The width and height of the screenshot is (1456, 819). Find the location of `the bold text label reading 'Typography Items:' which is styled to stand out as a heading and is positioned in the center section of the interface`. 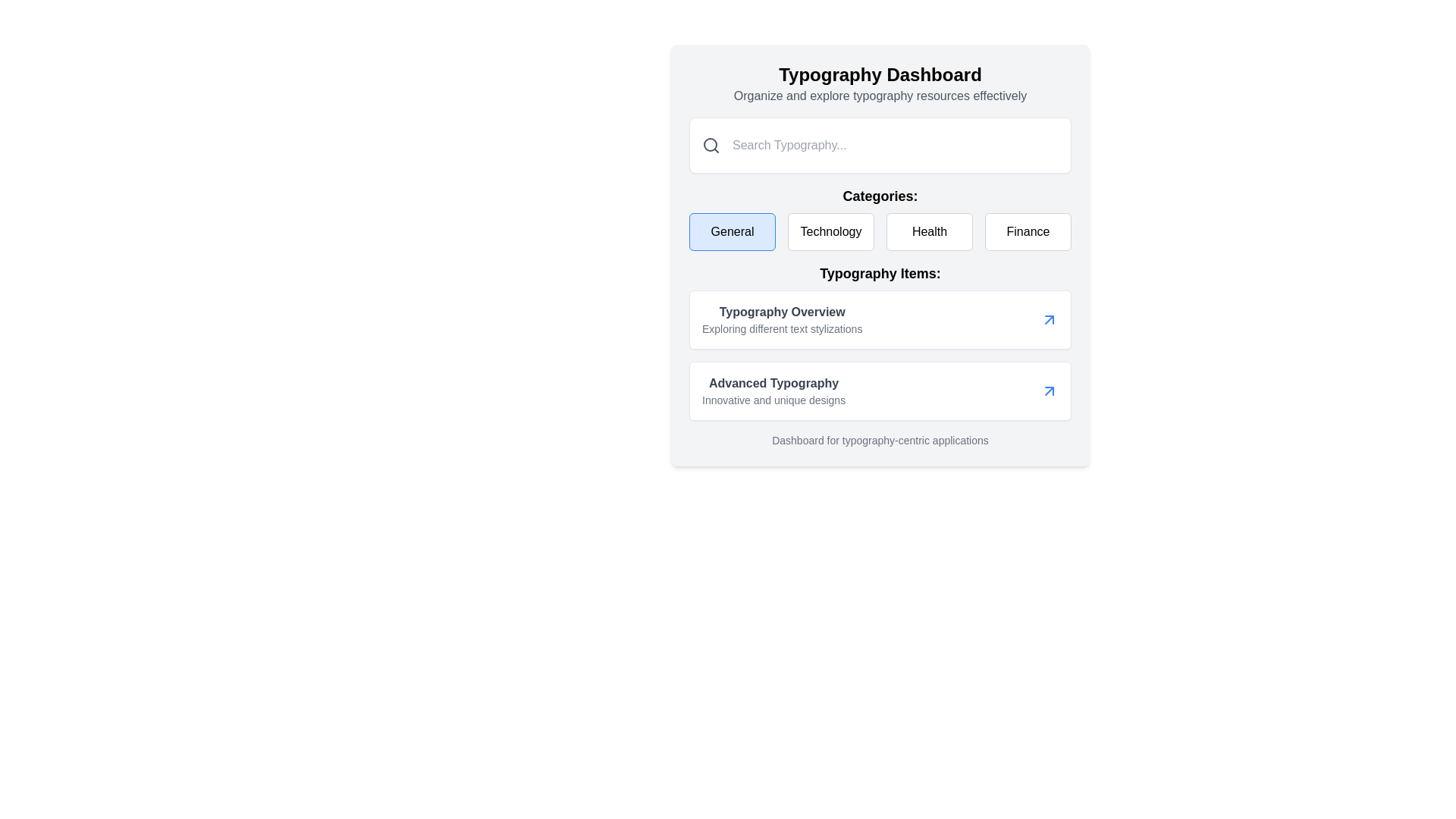

the bold text label reading 'Typography Items:' which is styled to stand out as a heading and is positioned in the center section of the interface is located at coordinates (880, 274).